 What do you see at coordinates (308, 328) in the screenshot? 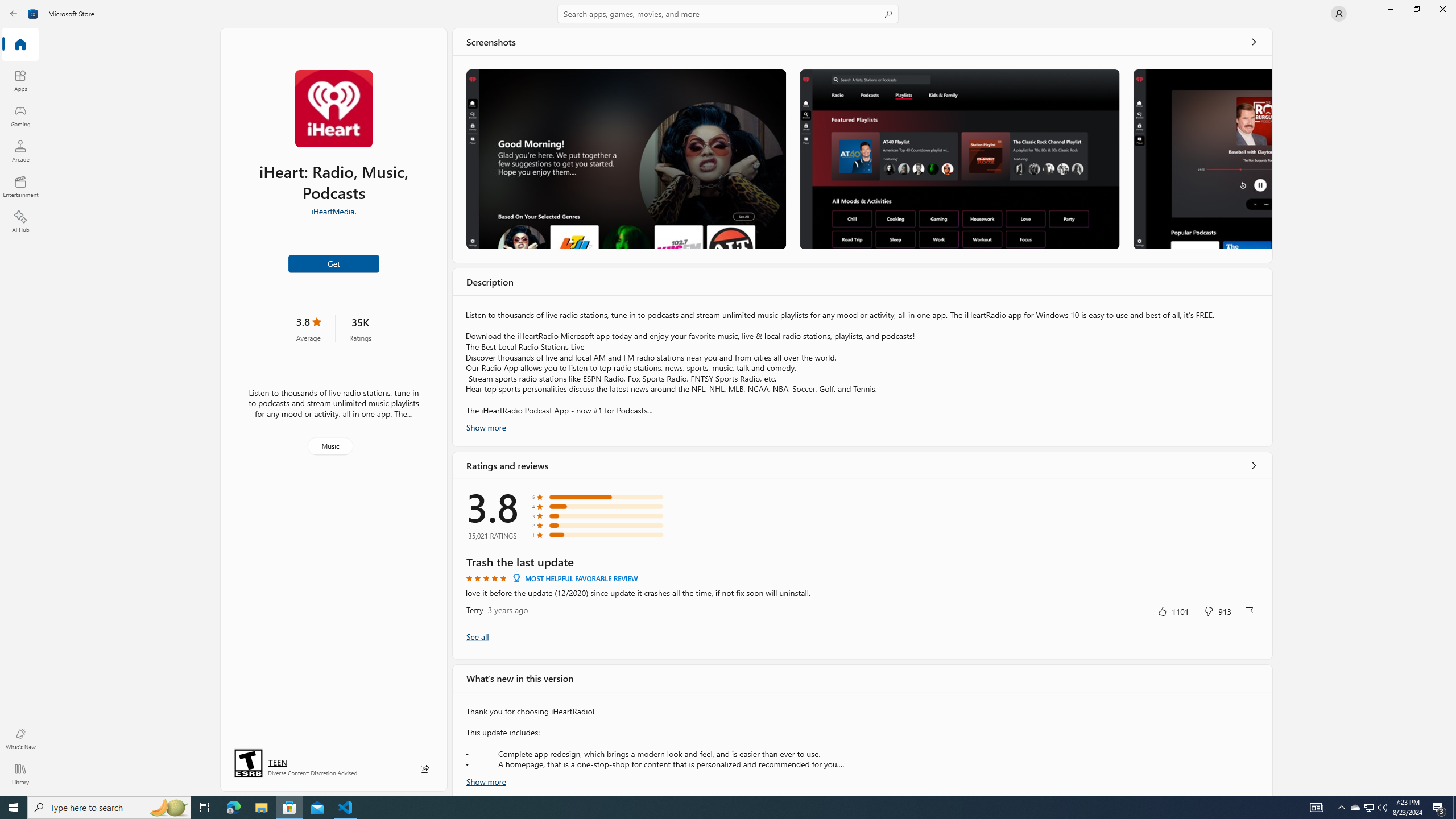
I see `'3.8 stars. Click to skip to ratings and reviews'` at bounding box center [308, 328].